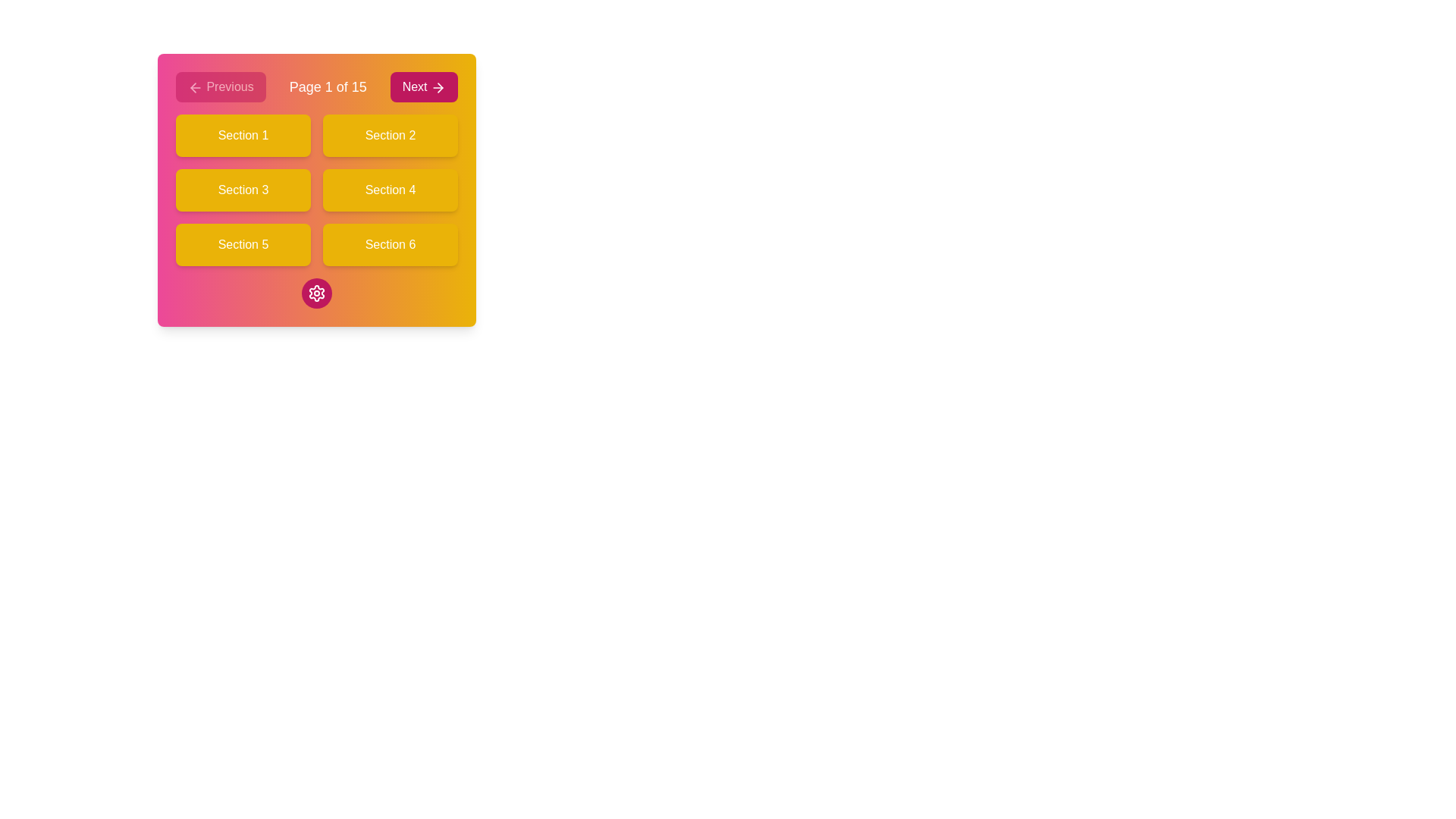 The height and width of the screenshot is (819, 1456). What do you see at coordinates (327, 87) in the screenshot?
I see `the Text label that displays the current page number and total number of pages, positioned centrally between the 'Previous' and 'Next' buttons in the navigation bar` at bounding box center [327, 87].